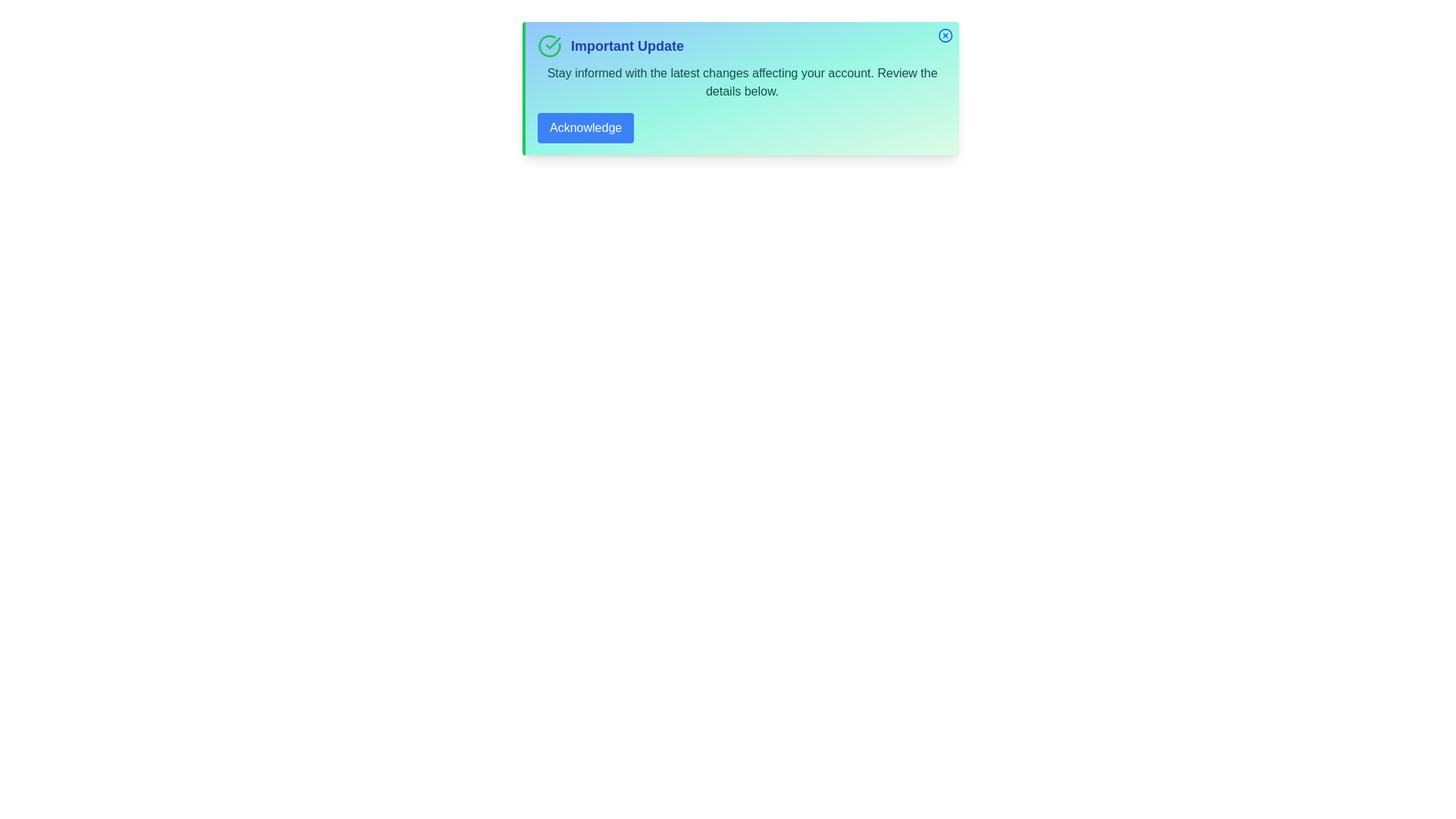 The height and width of the screenshot is (819, 1456). What do you see at coordinates (585, 127) in the screenshot?
I see `the 'Acknowledge' button to acknowledge the update` at bounding box center [585, 127].